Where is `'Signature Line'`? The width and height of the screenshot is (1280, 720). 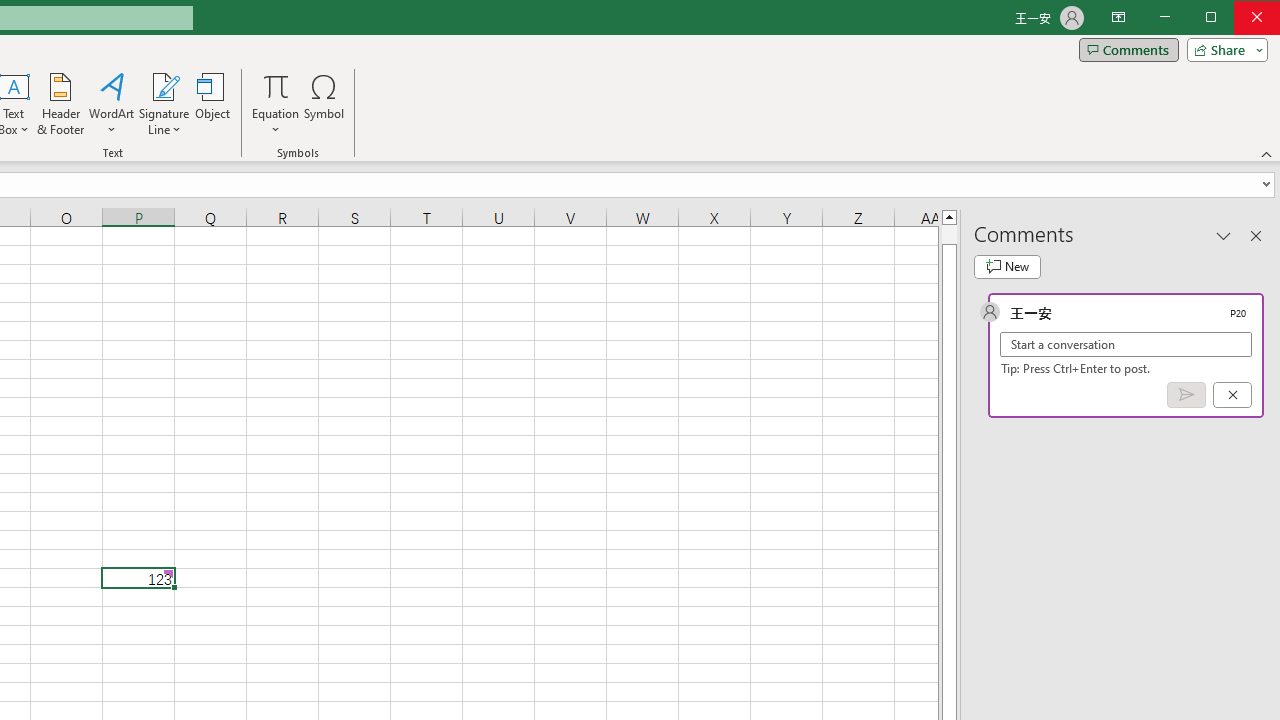 'Signature Line' is located at coordinates (164, 104).